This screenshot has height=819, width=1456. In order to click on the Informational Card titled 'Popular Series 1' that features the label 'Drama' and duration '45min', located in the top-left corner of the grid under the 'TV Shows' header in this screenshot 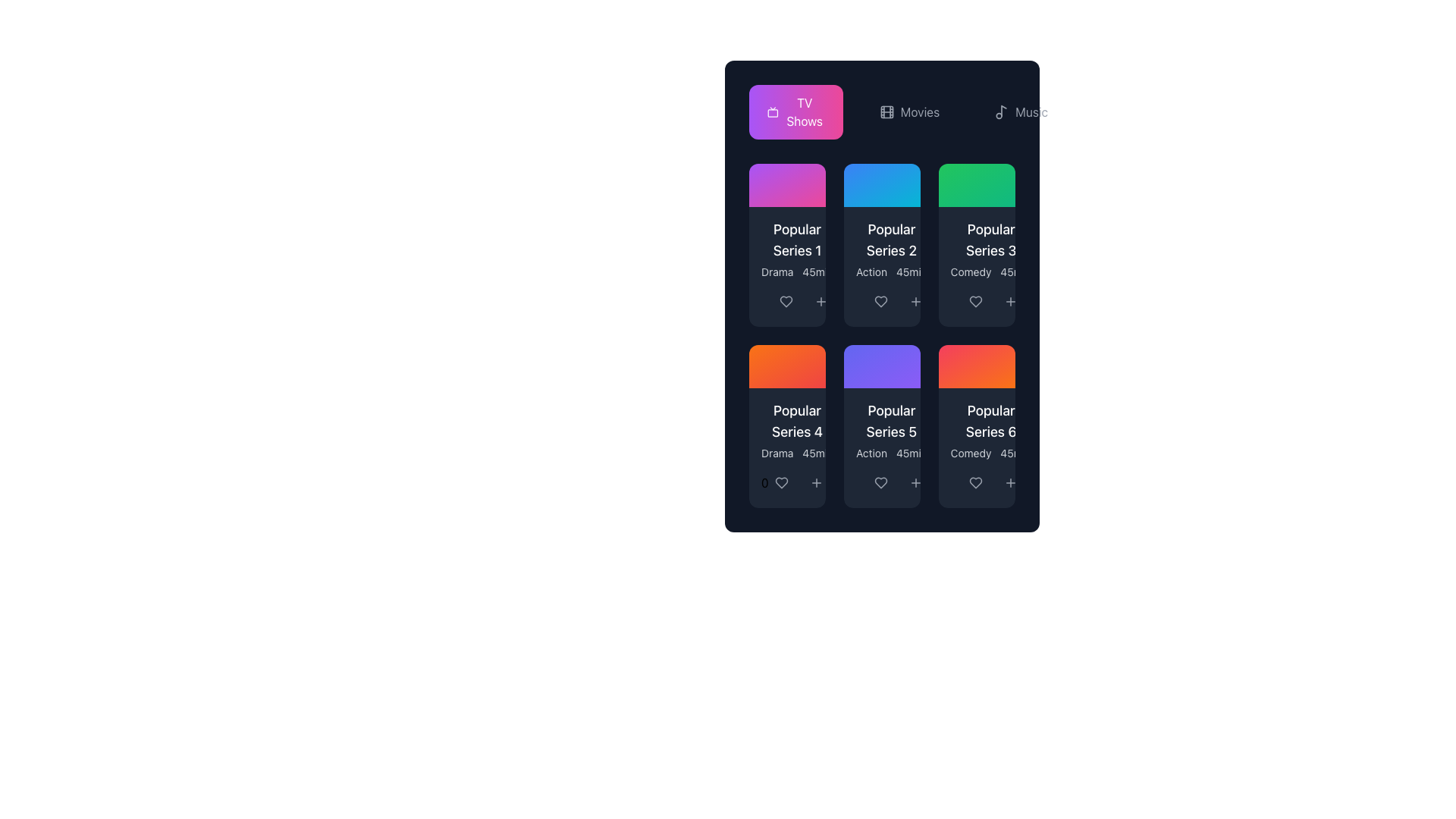, I will do `click(787, 248)`.